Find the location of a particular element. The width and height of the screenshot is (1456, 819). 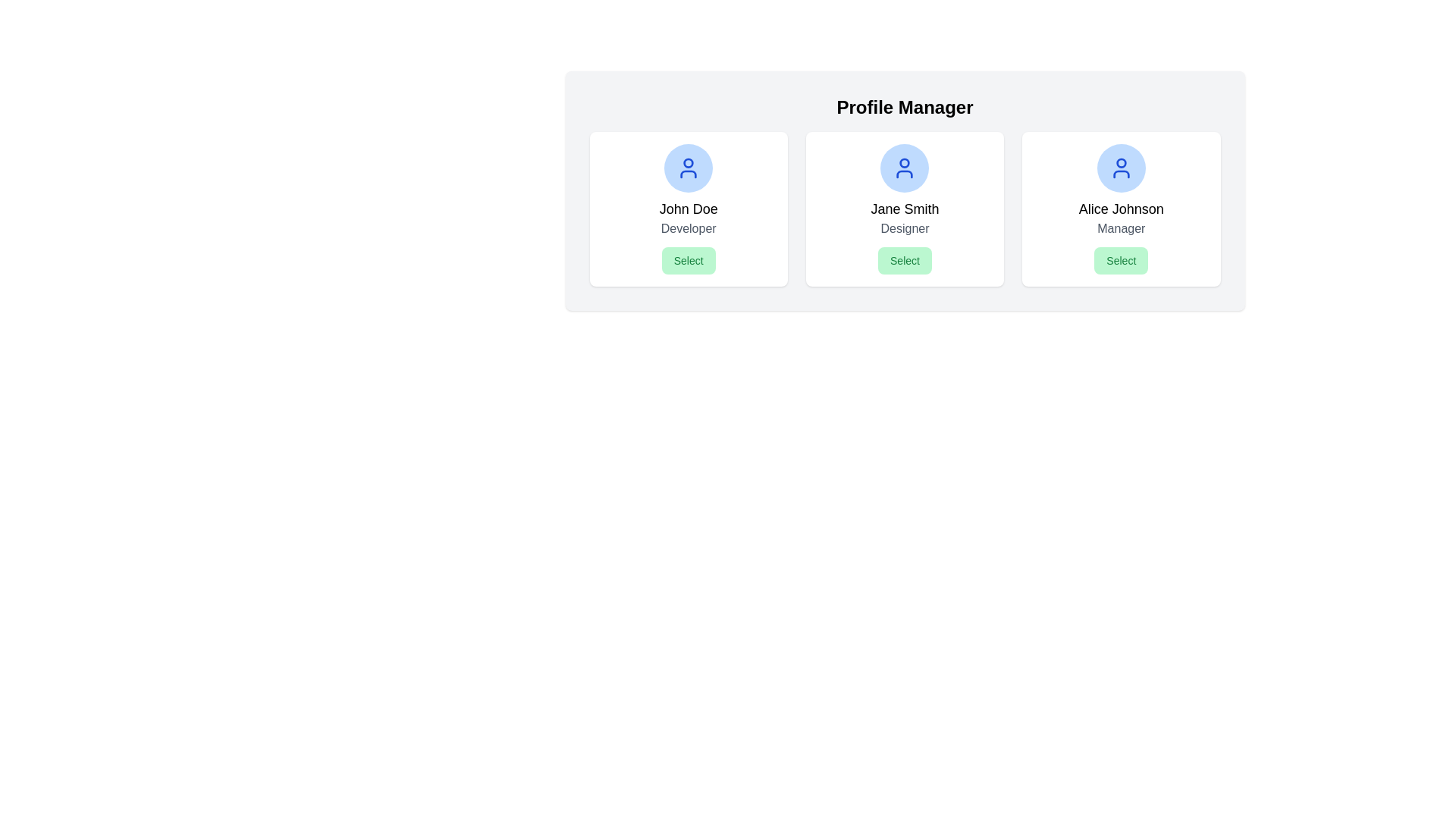

the profile icon representing 'Alice Johnson' located at the top center of her card is located at coordinates (1121, 168).